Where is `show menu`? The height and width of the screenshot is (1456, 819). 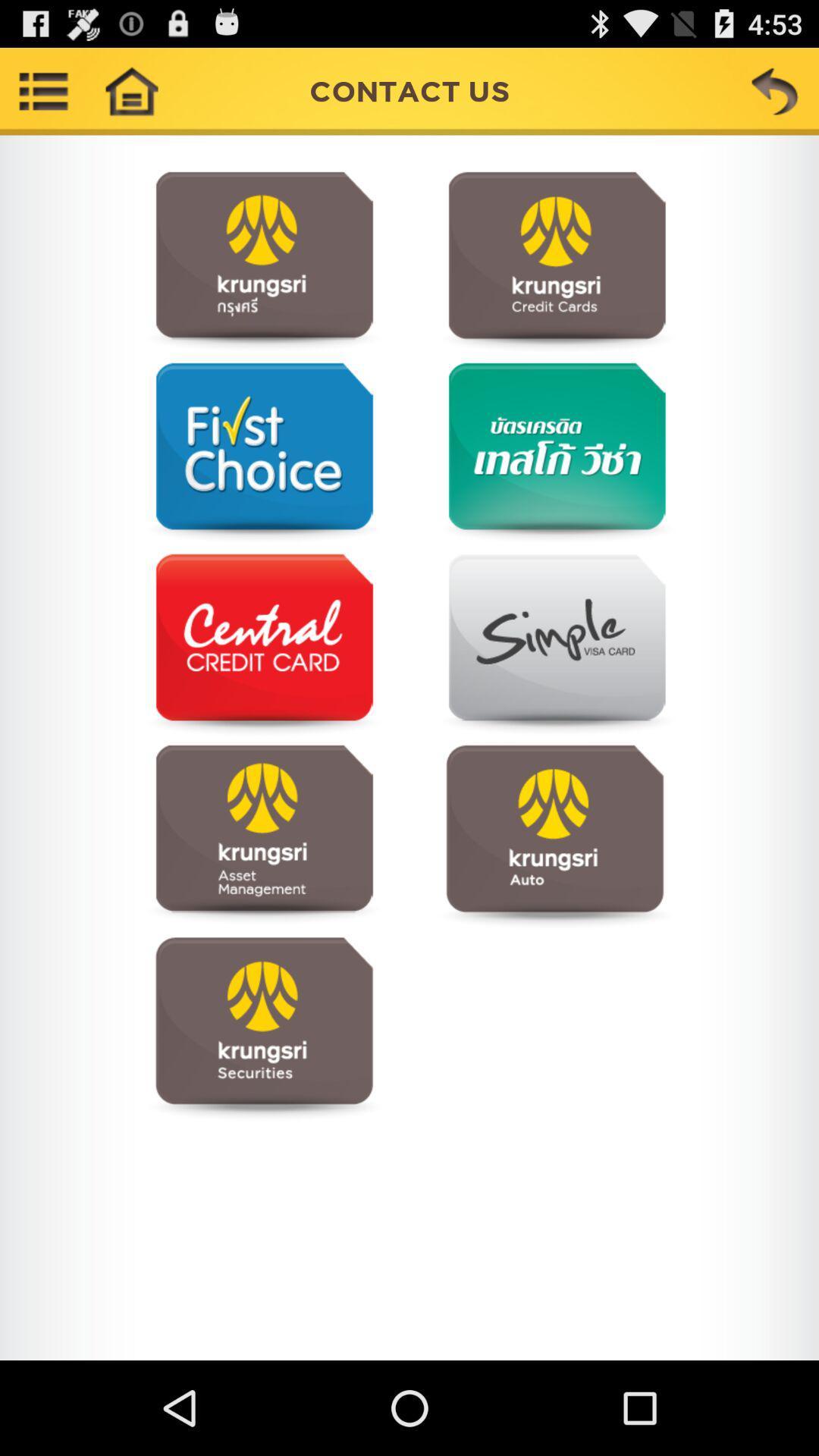 show menu is located at coordinates (42, 90).